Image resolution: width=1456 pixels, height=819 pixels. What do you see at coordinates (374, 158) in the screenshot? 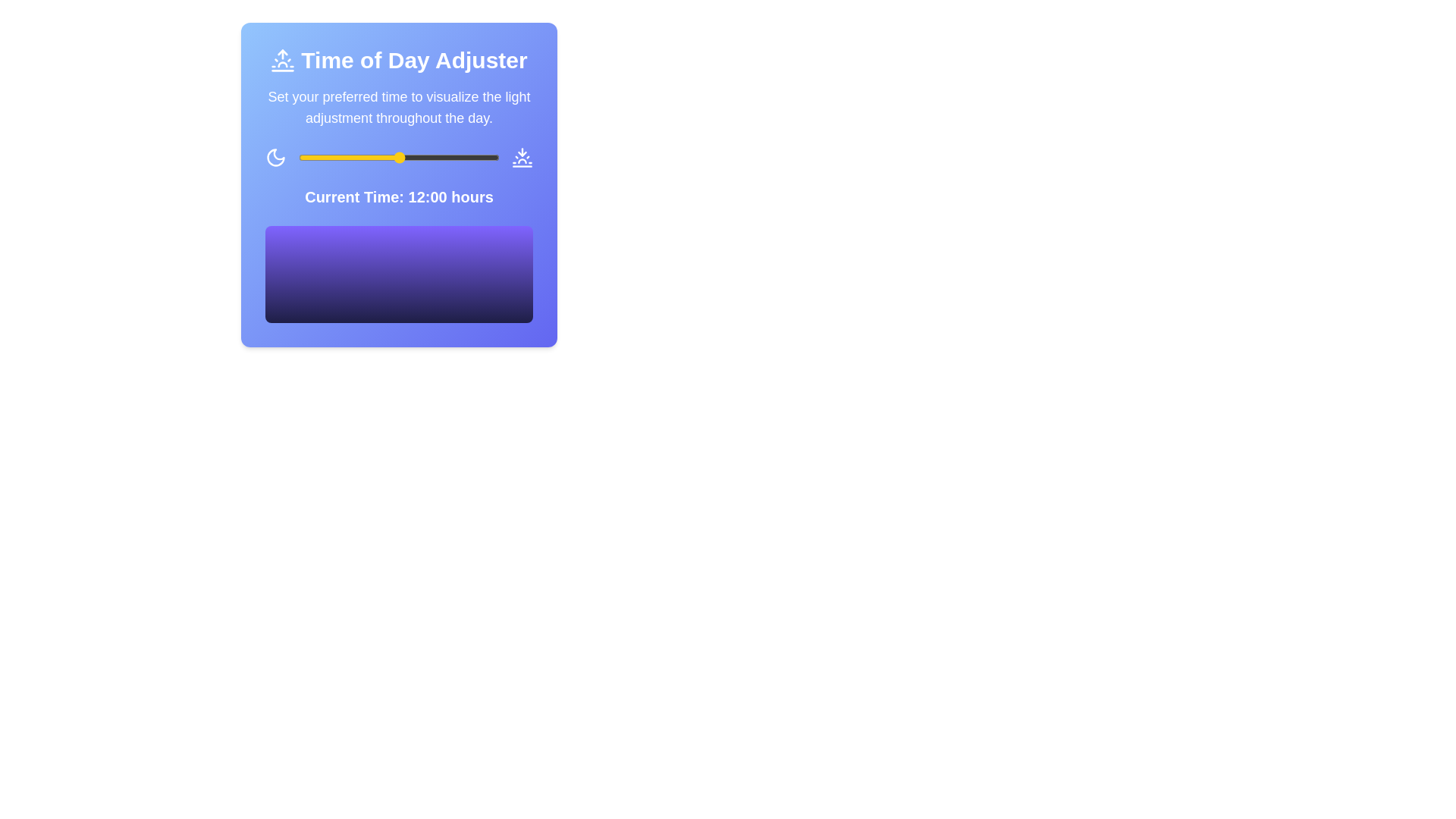
I see `the time slider to set the time to 9 hours` at bounding box center [374, 158].